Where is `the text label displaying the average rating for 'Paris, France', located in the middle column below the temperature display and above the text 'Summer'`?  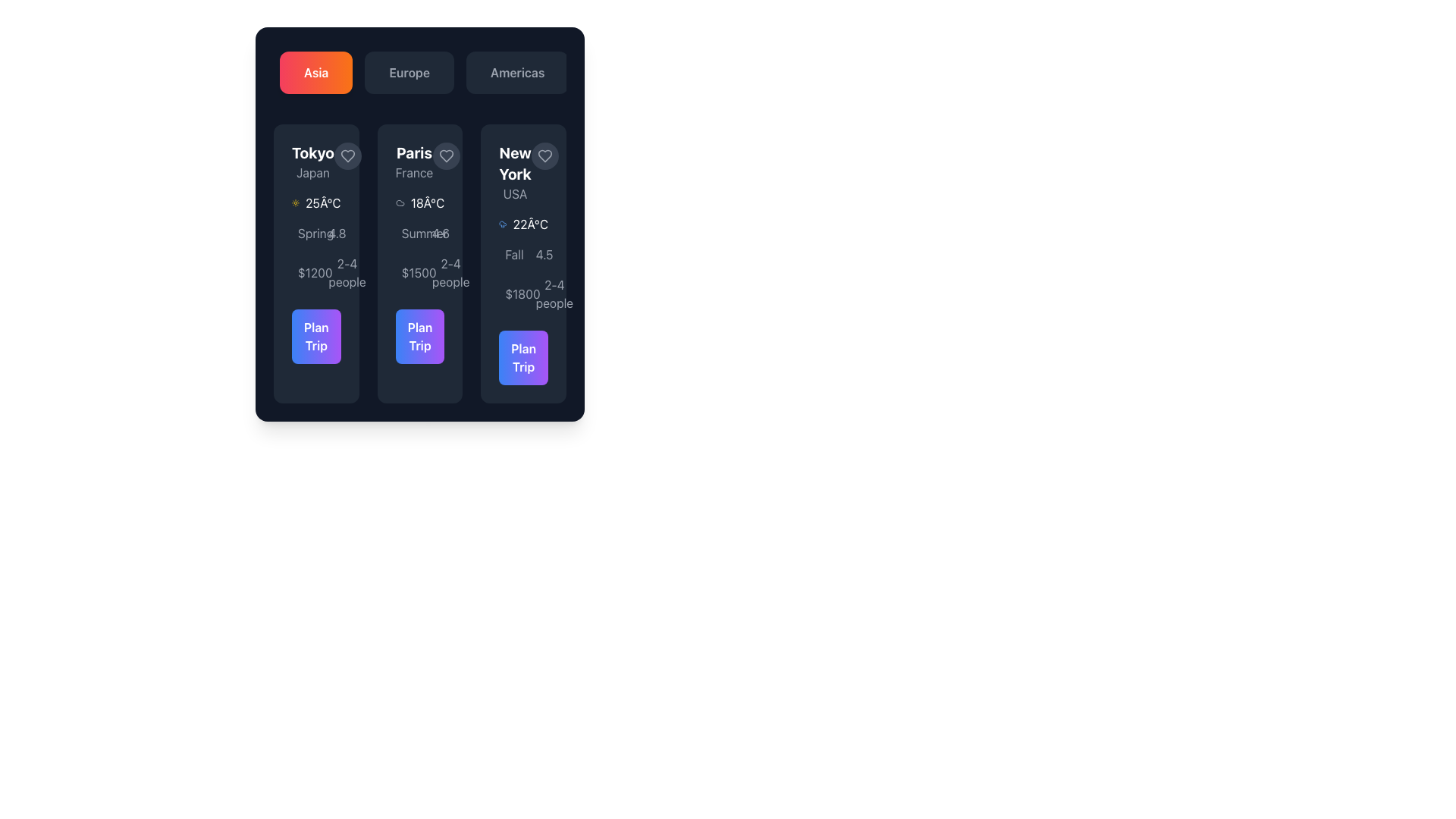 the text label displaying the average rating for 'Paris, France', located in the middle column below the temperature display and above the text 'Summer' is located at coordinates (440, 234).